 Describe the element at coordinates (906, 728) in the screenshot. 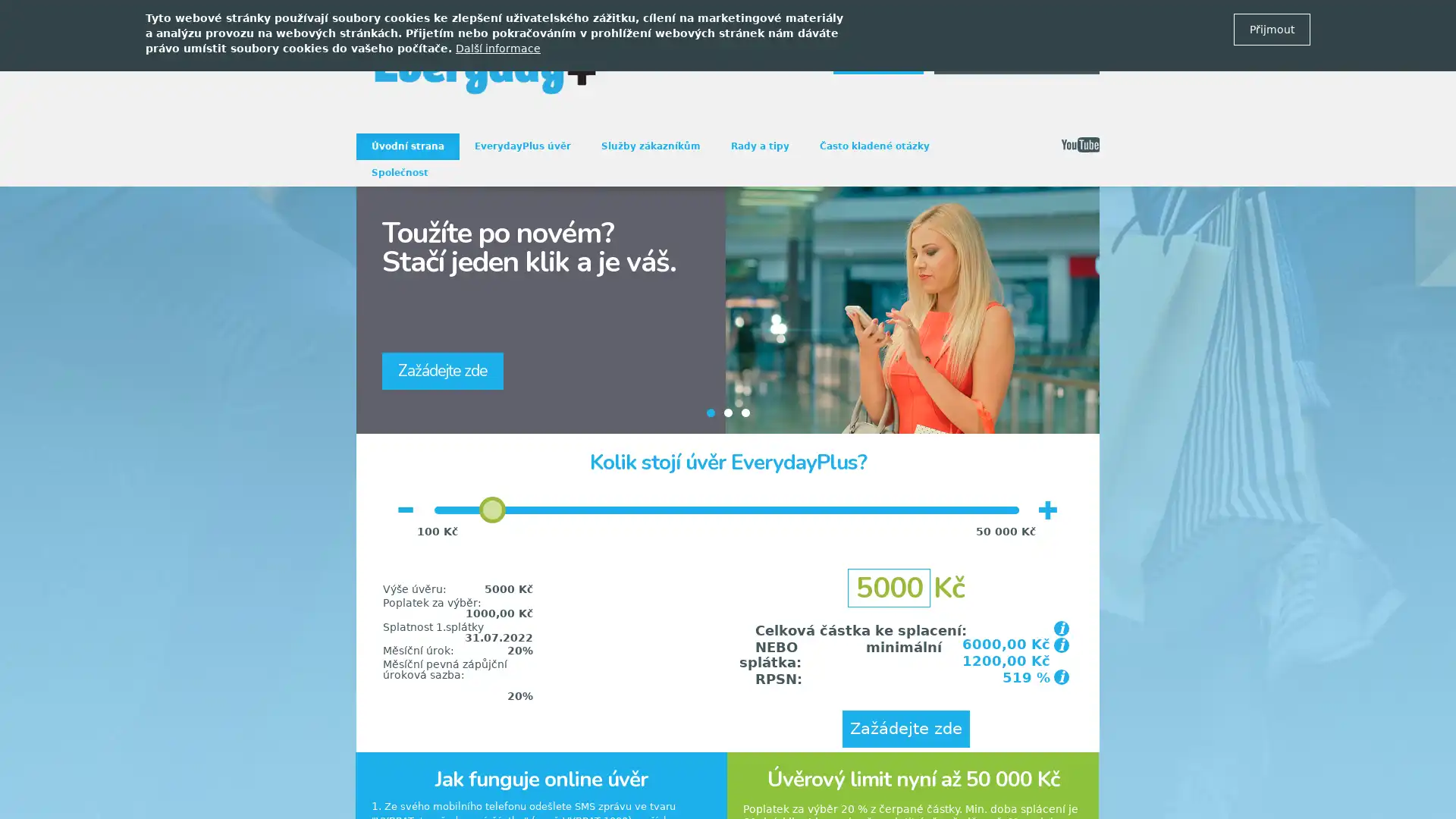

I see `Zazadejte zde` at that location.